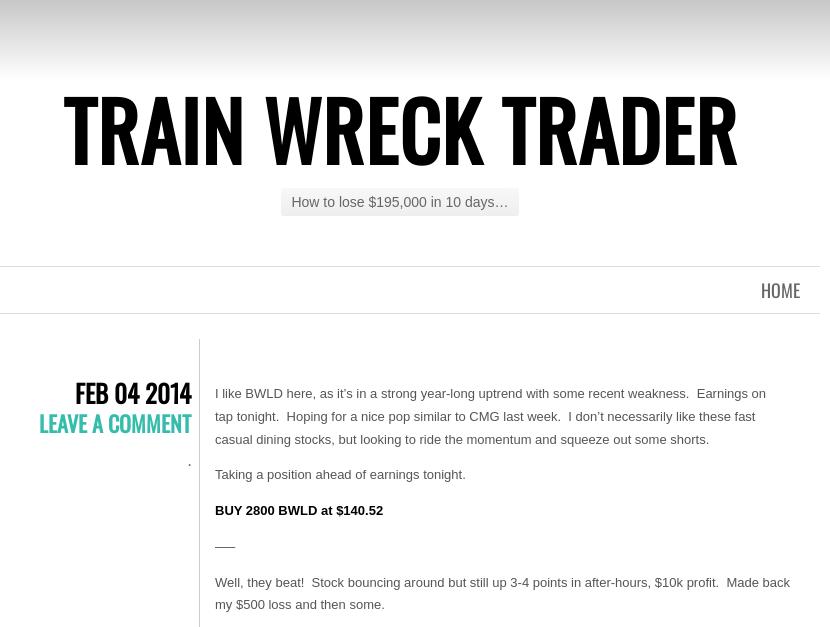  I want to click on '.', so click(187, 458).